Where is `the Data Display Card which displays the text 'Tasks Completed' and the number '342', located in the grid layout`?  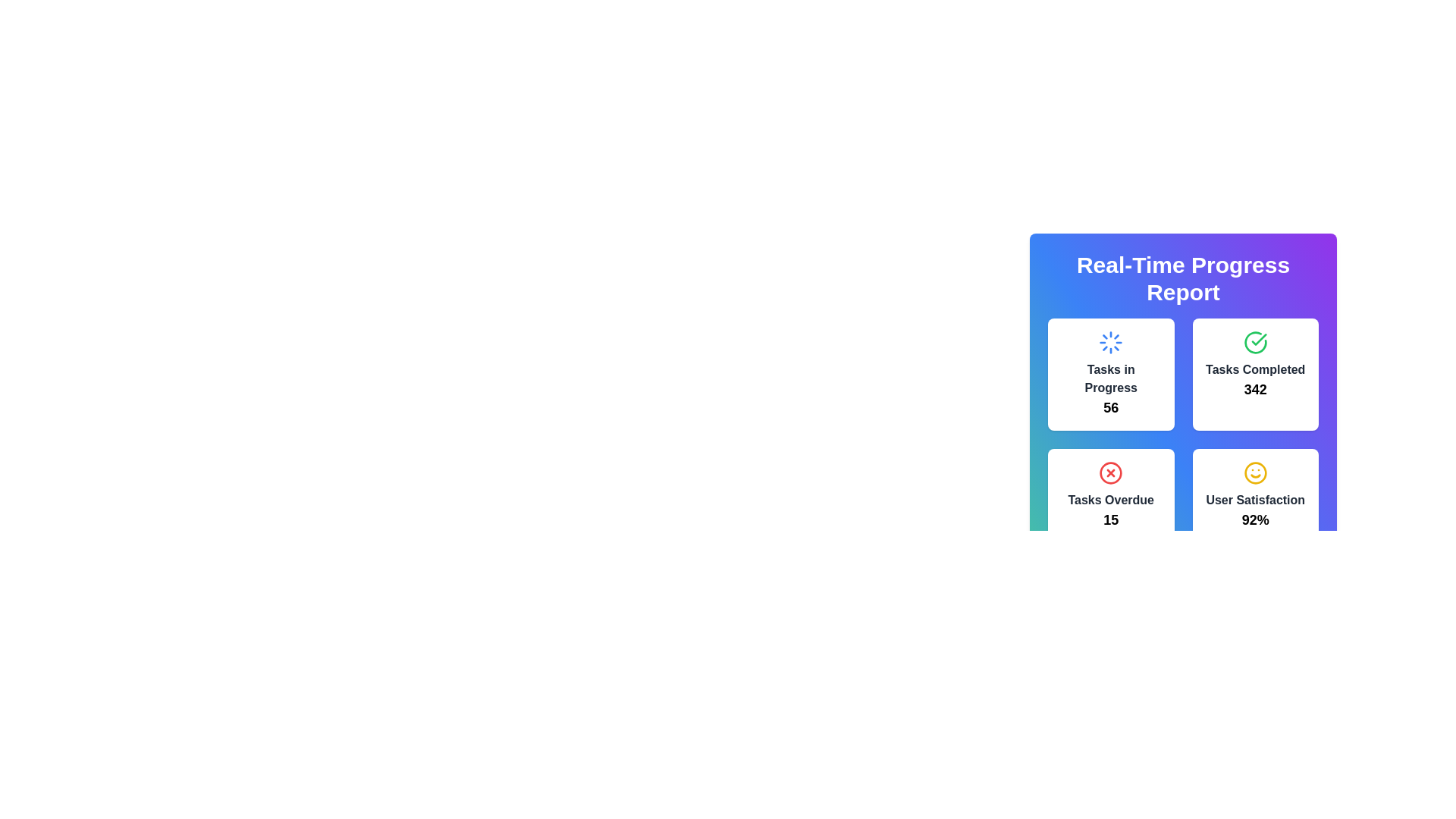
the Data Display Card which displays the text 'Tasks Completed' and the number '342', located in the grid layout is located at coordinates (1255, 374).